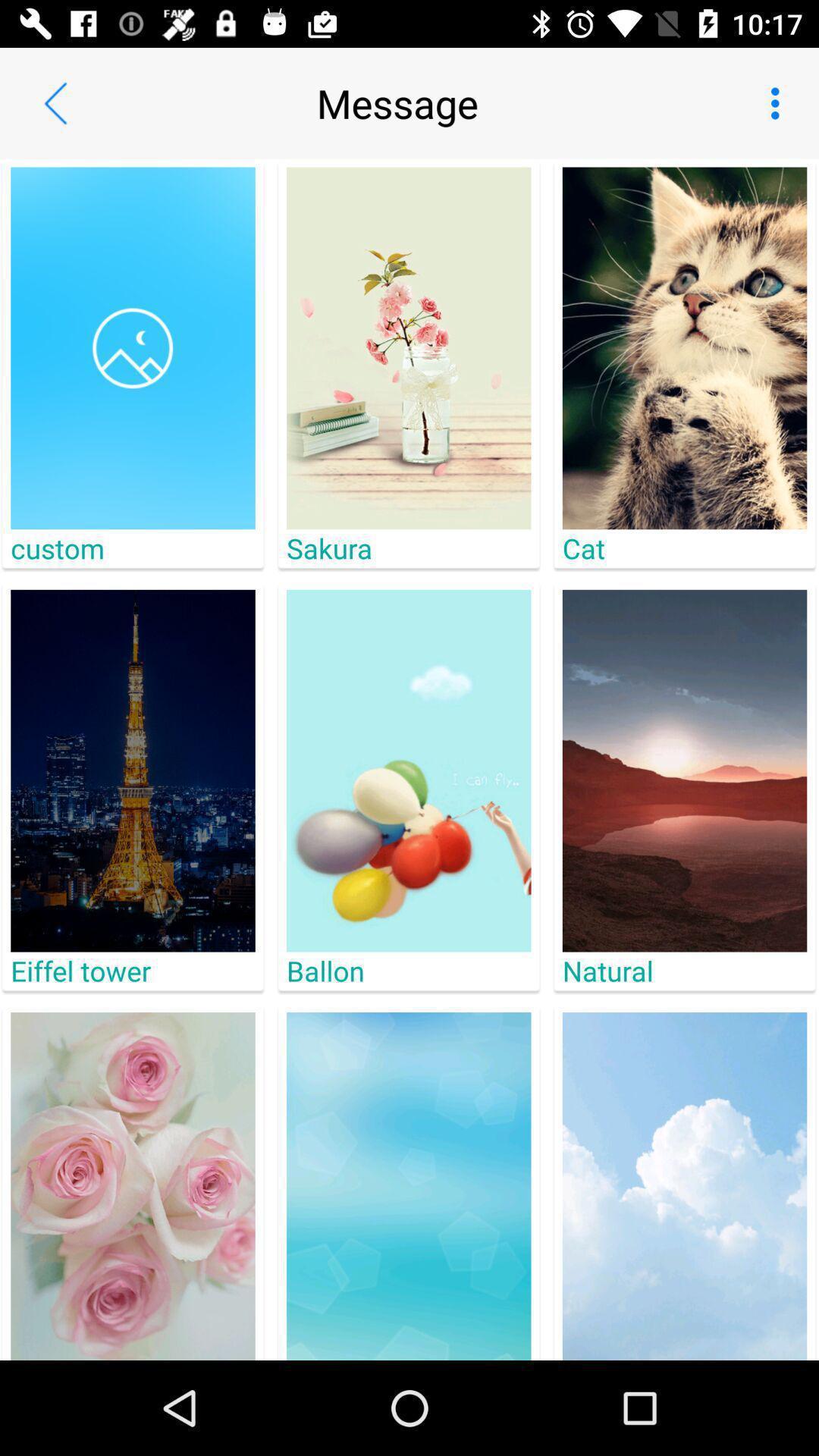 Image resolution: width=819 pixels, height=1456 pixels. What do you see at coordinates (132, 347) in the screenshot?
I see `the icon above the custom item` at bounding box center [132, 347].